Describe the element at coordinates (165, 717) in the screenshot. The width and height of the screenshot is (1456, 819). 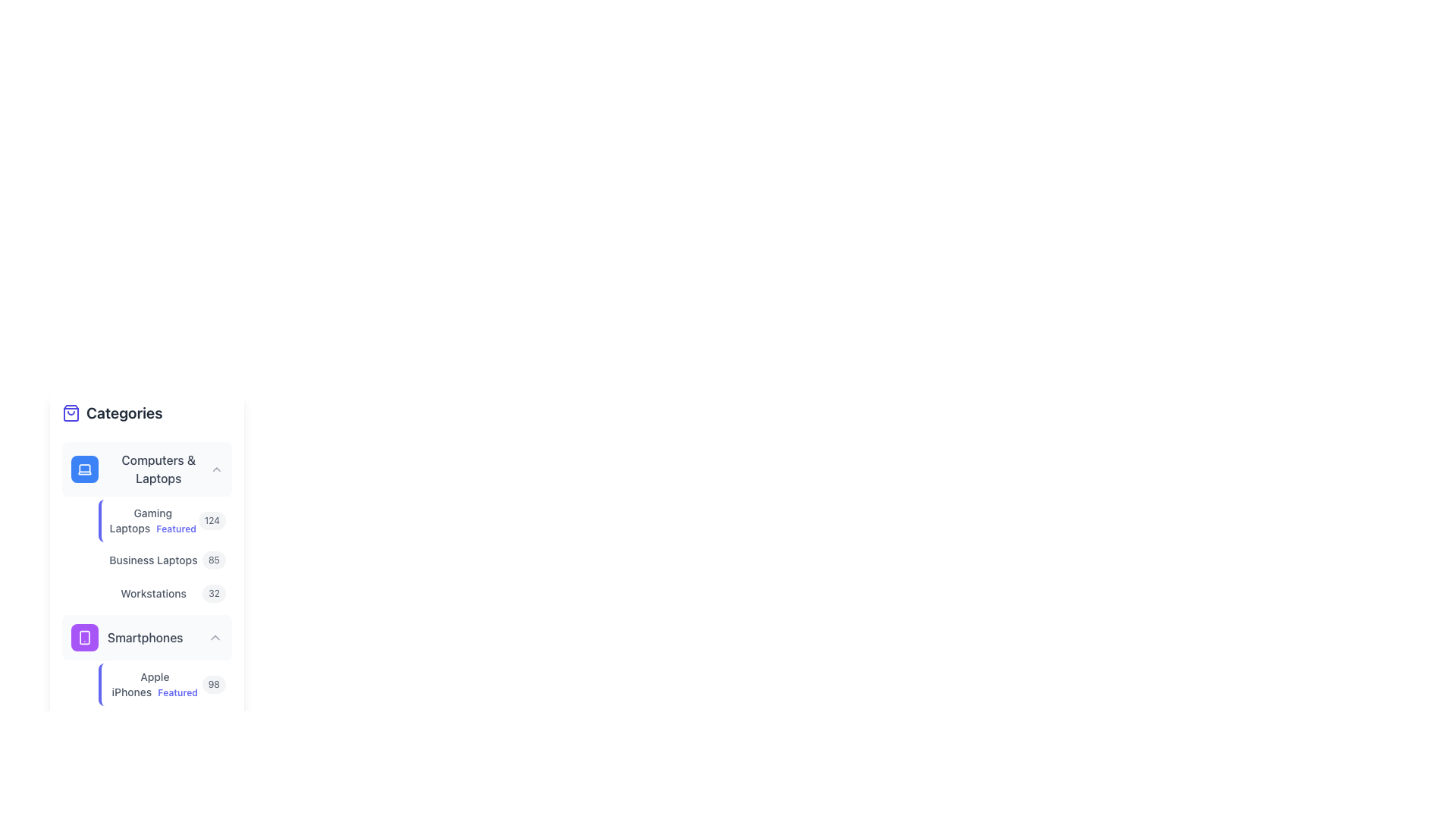
I see `the first clickable list item for 'Apple iPhones' under the 'Smartphones' section` at that location.